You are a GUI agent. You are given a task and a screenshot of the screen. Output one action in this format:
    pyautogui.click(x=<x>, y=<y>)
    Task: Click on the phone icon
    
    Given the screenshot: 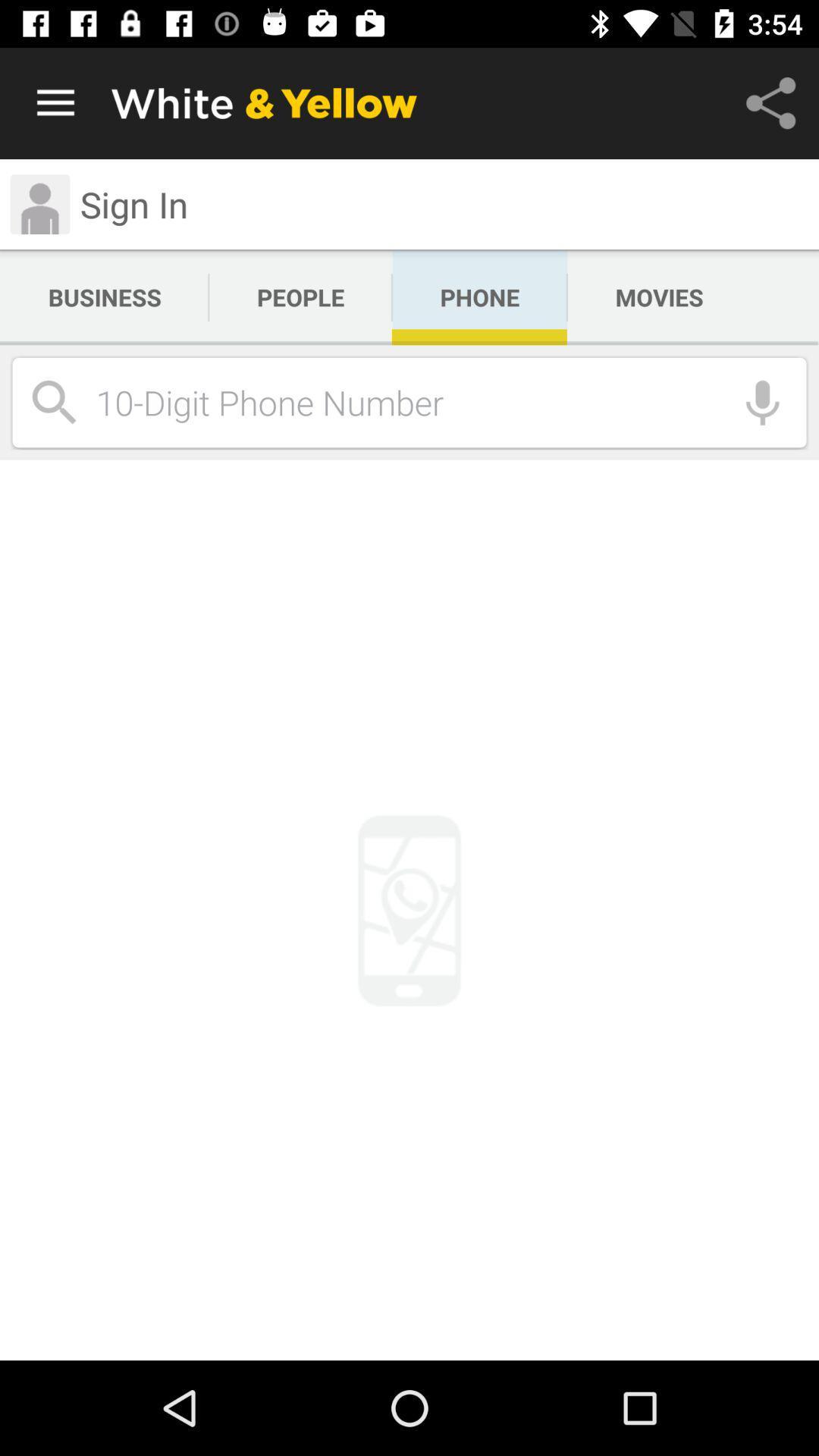 What is the action you would take?
    pyautogui.click(x=479, y=297)
    